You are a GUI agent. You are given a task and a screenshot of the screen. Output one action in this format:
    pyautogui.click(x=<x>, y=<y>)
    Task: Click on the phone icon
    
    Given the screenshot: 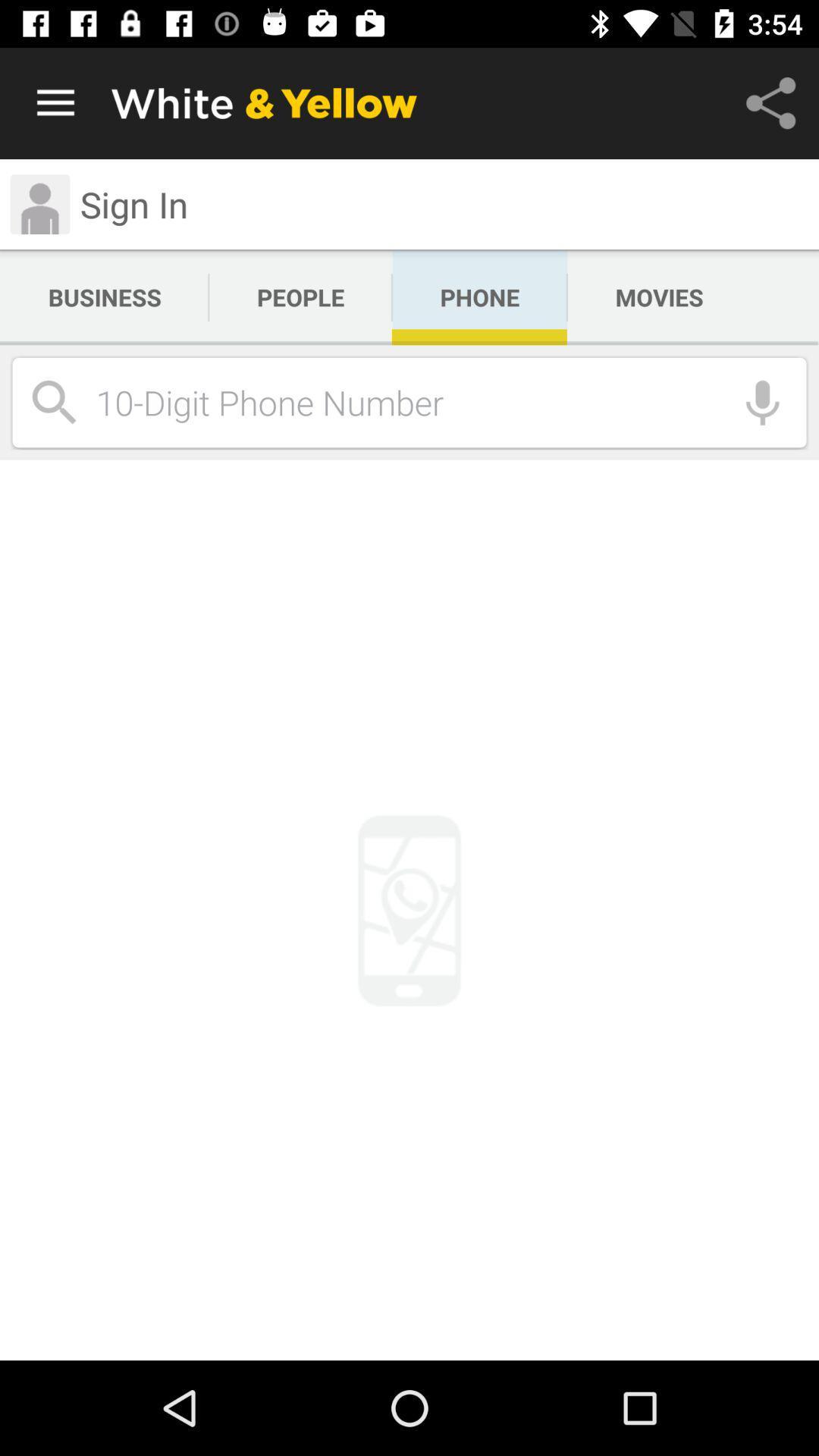 What is the action you would take?
    pyautogui.click(x=479, y=297)
    